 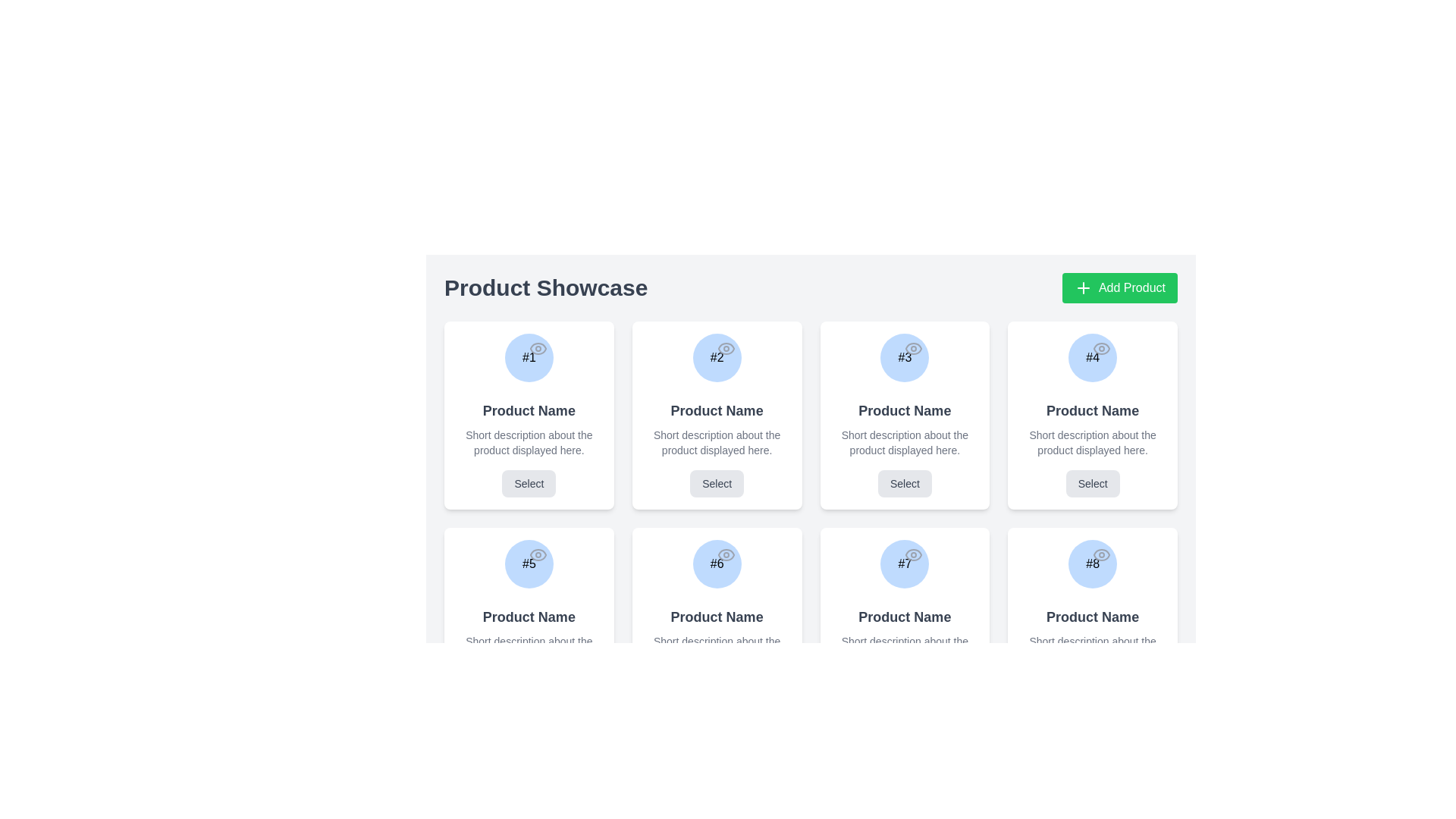 I want to click on the button located at the bottom of the product card with product number '#6', title 'Product Name', and short description, so click(x=716, y=690).